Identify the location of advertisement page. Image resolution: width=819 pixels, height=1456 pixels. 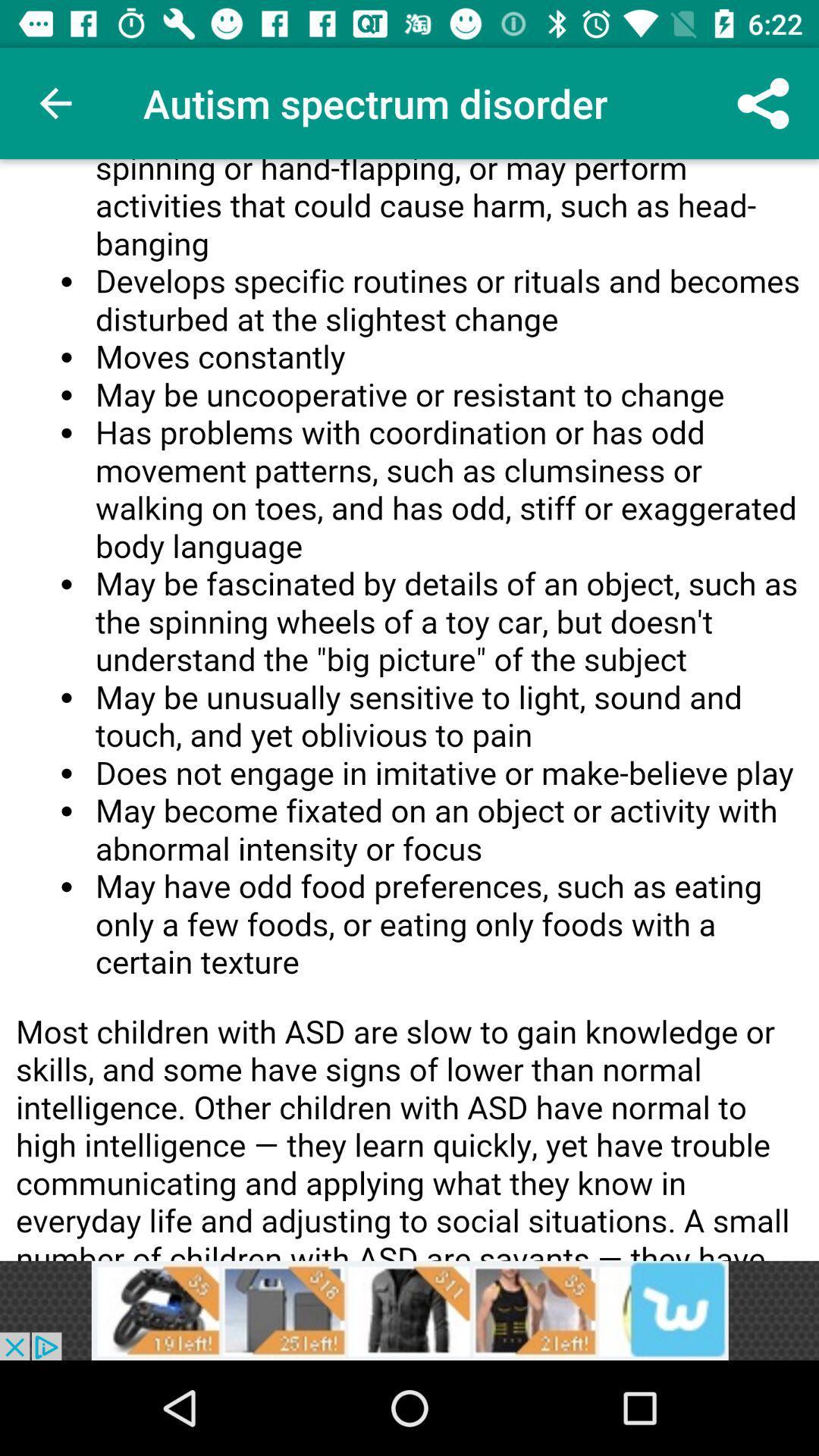
(409, 709).